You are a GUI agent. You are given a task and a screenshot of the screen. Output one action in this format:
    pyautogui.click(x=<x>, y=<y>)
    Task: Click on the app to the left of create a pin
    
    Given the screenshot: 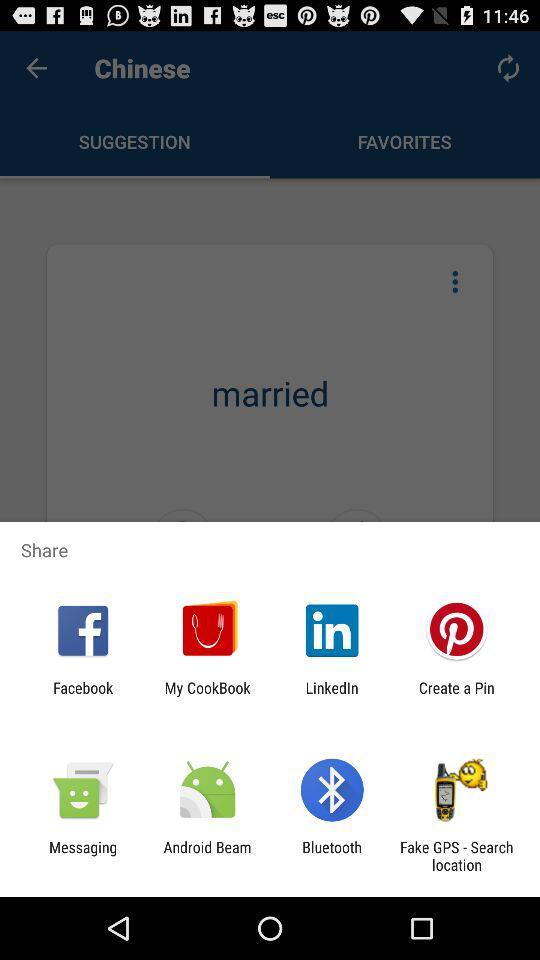 What is the action you would take?
    pyautogui.click(x=332, y=696)
    